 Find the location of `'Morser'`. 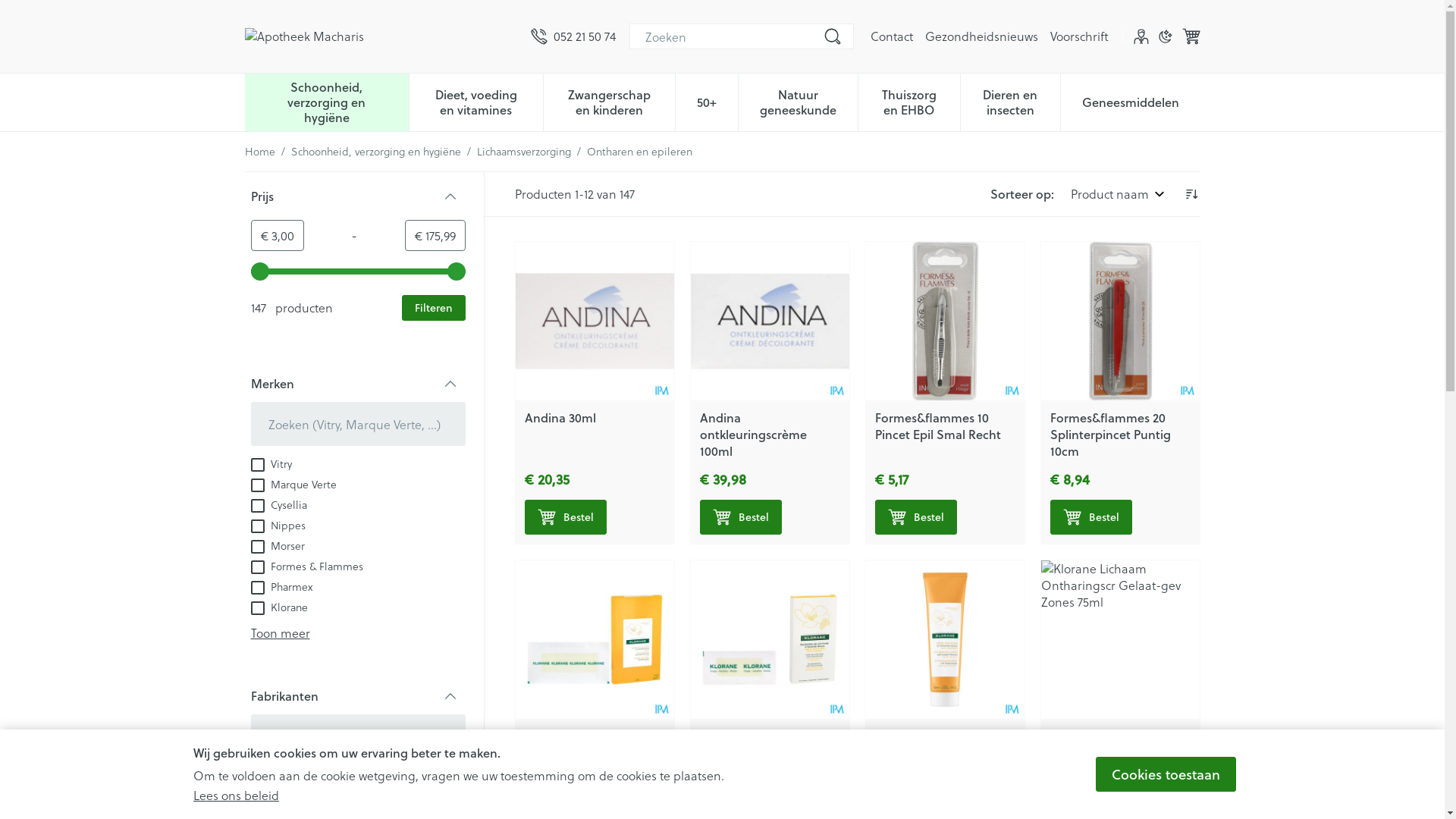

'Morser' is located at coordinates (277, 544).